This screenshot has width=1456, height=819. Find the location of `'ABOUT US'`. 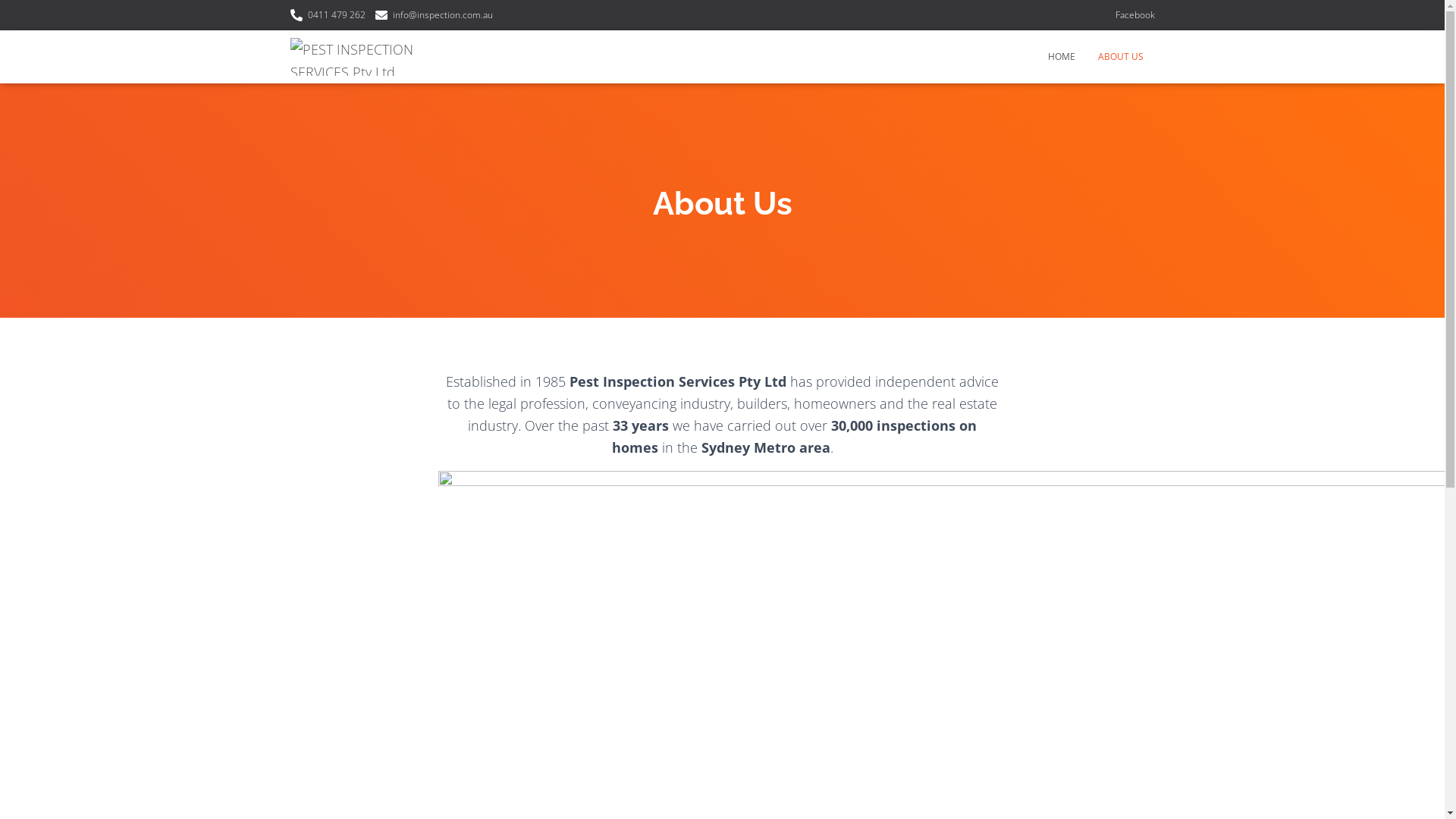

'ABOUT US' is located at coordinates (1120, 55).